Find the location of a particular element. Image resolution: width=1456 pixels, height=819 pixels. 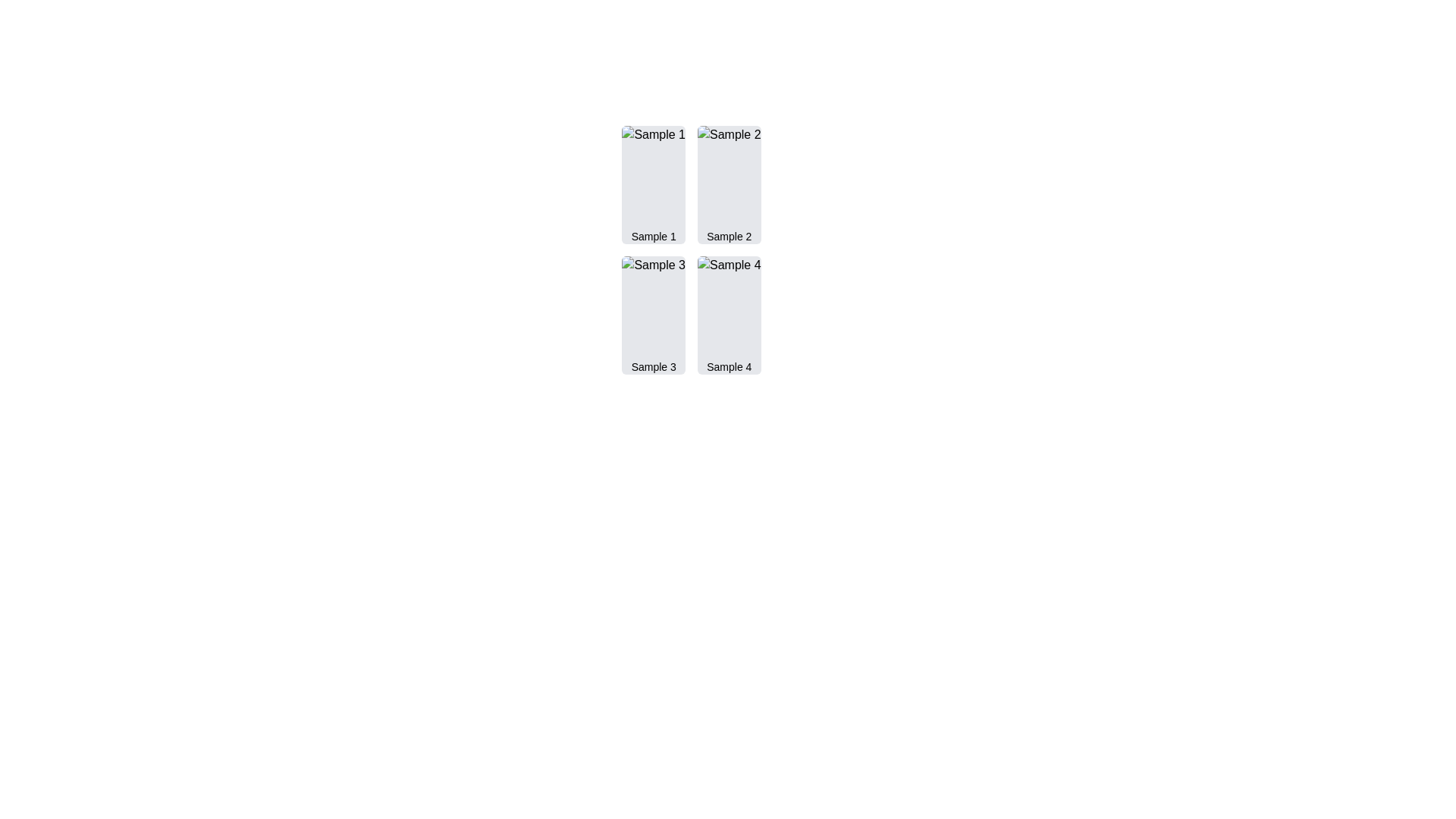

the text label located in the bottom right grid cell of a 2x2 layout, which represents the visual entry below 'Sample 2' and to the right of 'Sample 3' is located at coordinates (729, 366).